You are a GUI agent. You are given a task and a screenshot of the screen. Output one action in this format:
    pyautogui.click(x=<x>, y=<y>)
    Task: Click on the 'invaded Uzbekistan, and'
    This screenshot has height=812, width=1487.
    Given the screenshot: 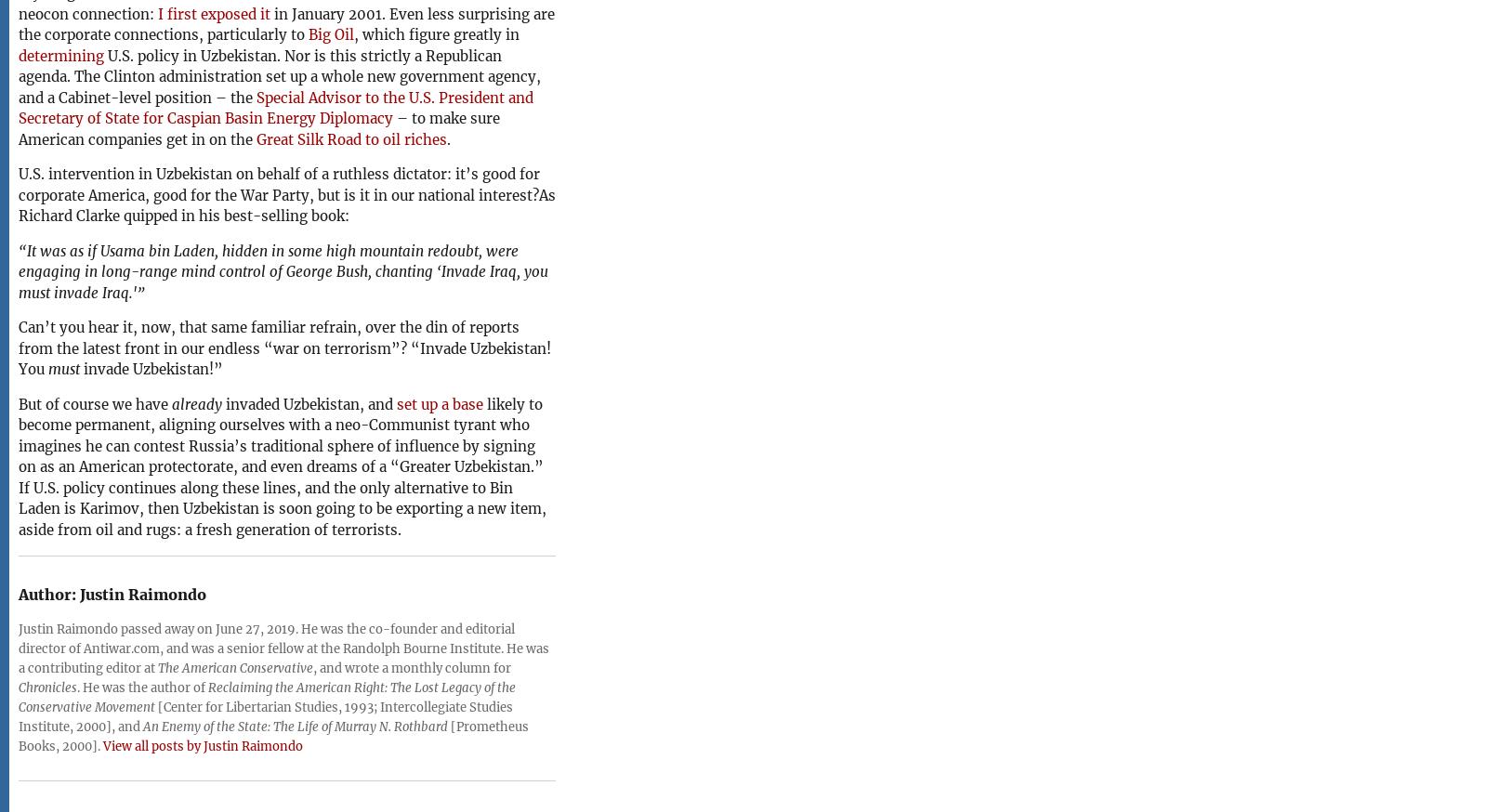 What is the action you would take?
    pyautogui.click(x=309, y=403)
    